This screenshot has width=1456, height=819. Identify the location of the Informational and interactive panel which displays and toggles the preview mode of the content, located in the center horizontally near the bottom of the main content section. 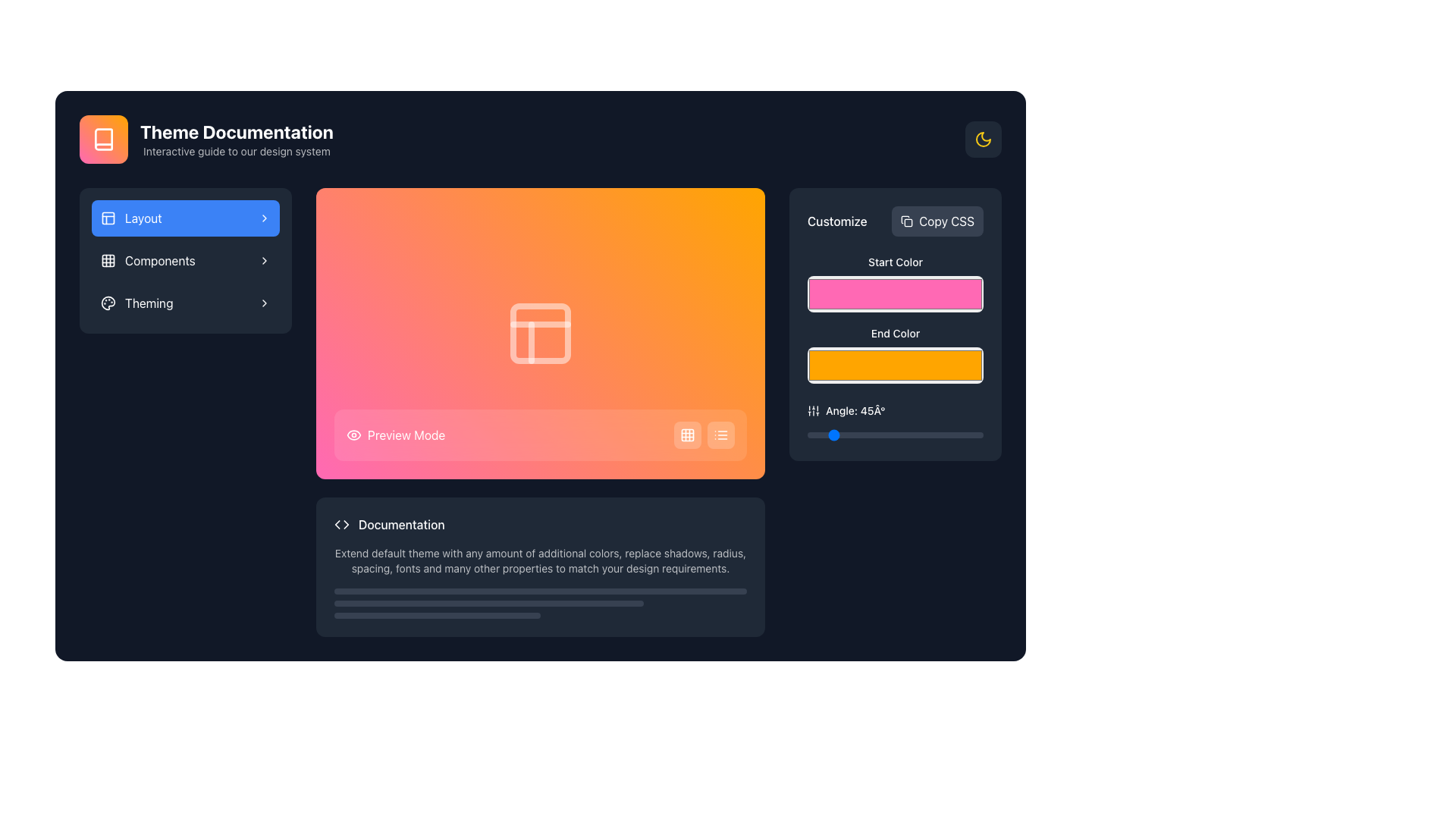
(541, 435).